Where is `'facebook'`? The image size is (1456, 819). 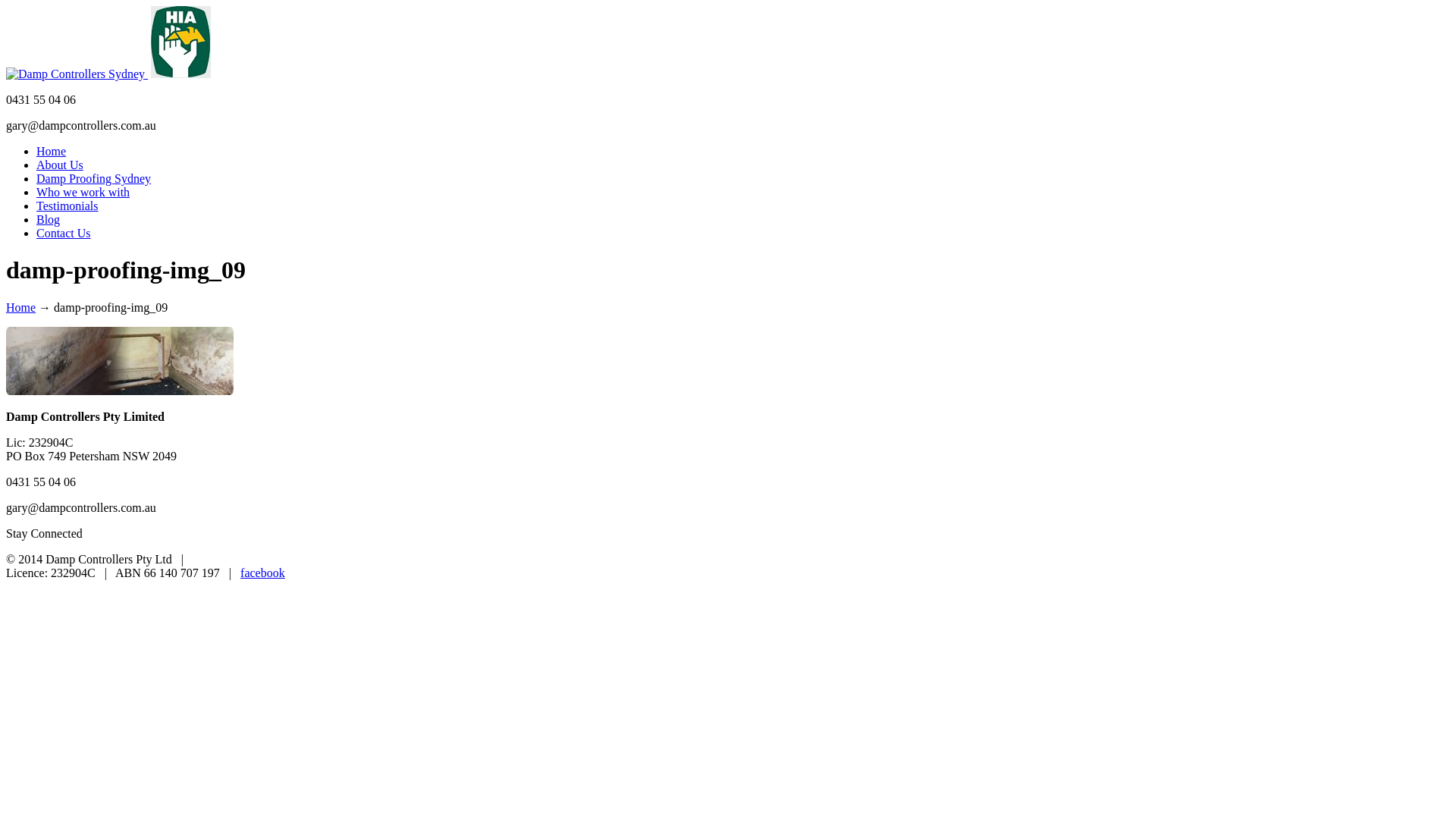 'facebook' is located at coordinates (262, 573).